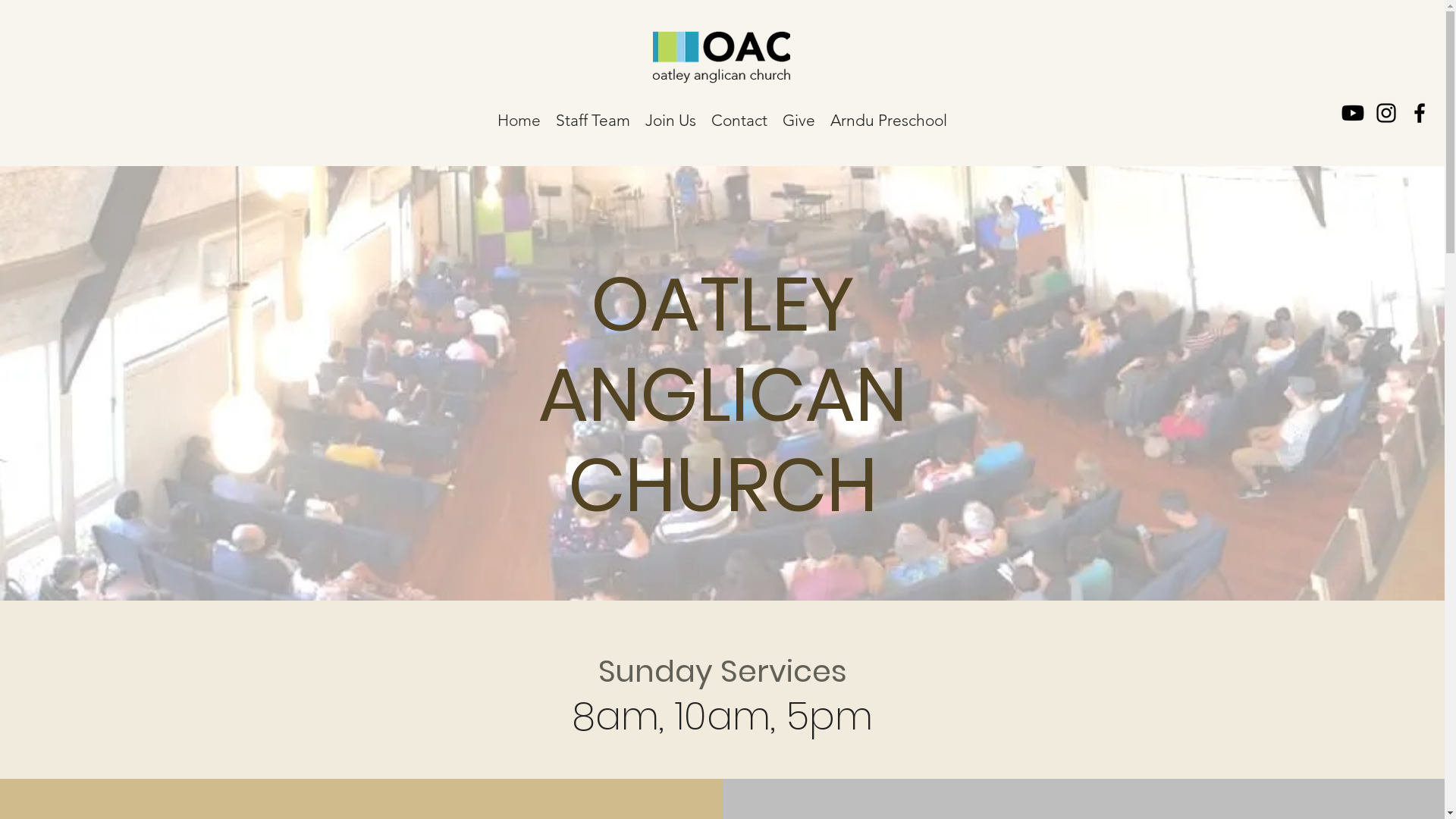 This screenshot has width=1456, height=819. Describe the element at coordinates (519, 116) in the screenshot. I see `'Home'` at that location.